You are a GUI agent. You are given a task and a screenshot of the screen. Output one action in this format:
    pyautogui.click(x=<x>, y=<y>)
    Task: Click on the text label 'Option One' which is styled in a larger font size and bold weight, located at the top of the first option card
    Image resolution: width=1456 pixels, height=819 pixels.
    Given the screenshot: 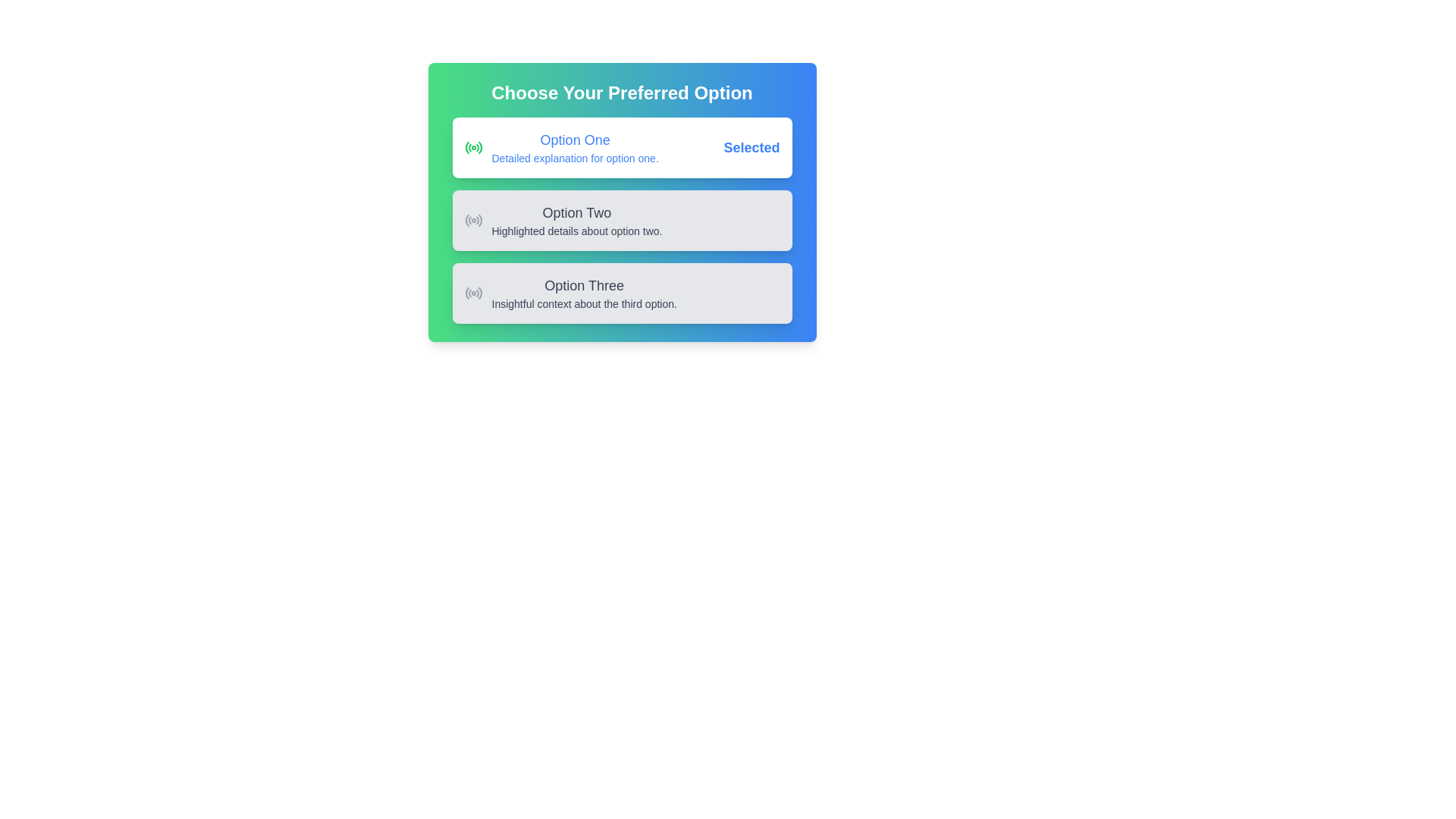 What is the action you would take?
    pyautogui.click(x=574, y=140)
    